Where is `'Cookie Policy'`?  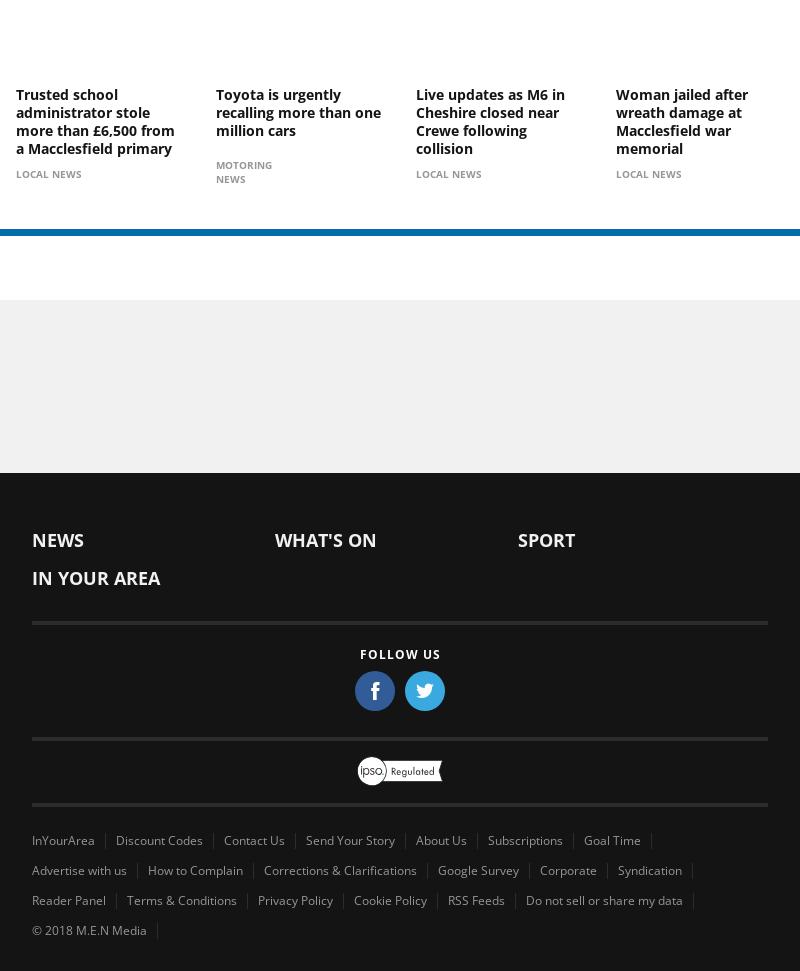
'Cookie Policy' is located at coordinates (389, 899).